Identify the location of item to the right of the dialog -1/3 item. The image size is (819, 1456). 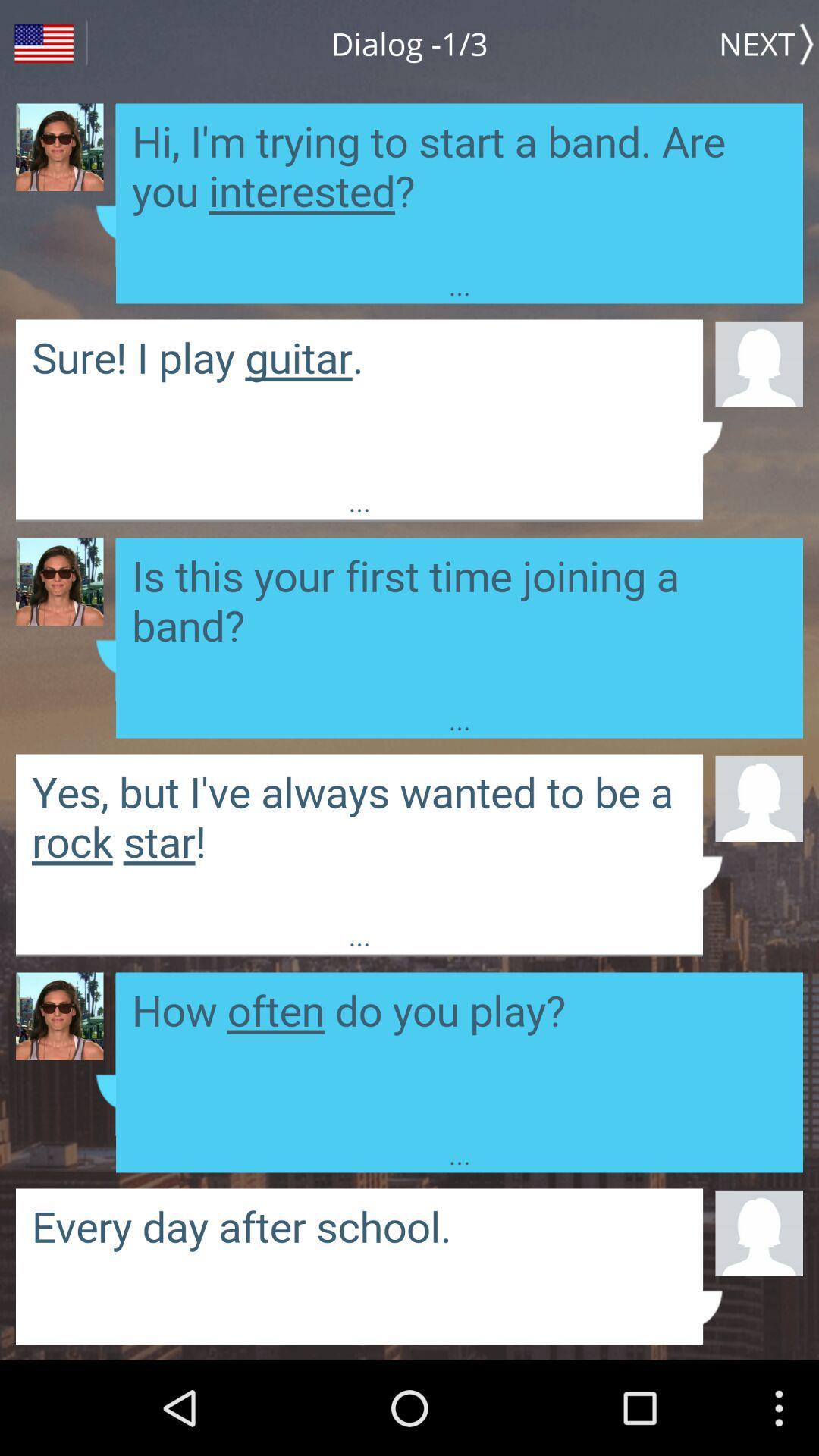
(769, 43).